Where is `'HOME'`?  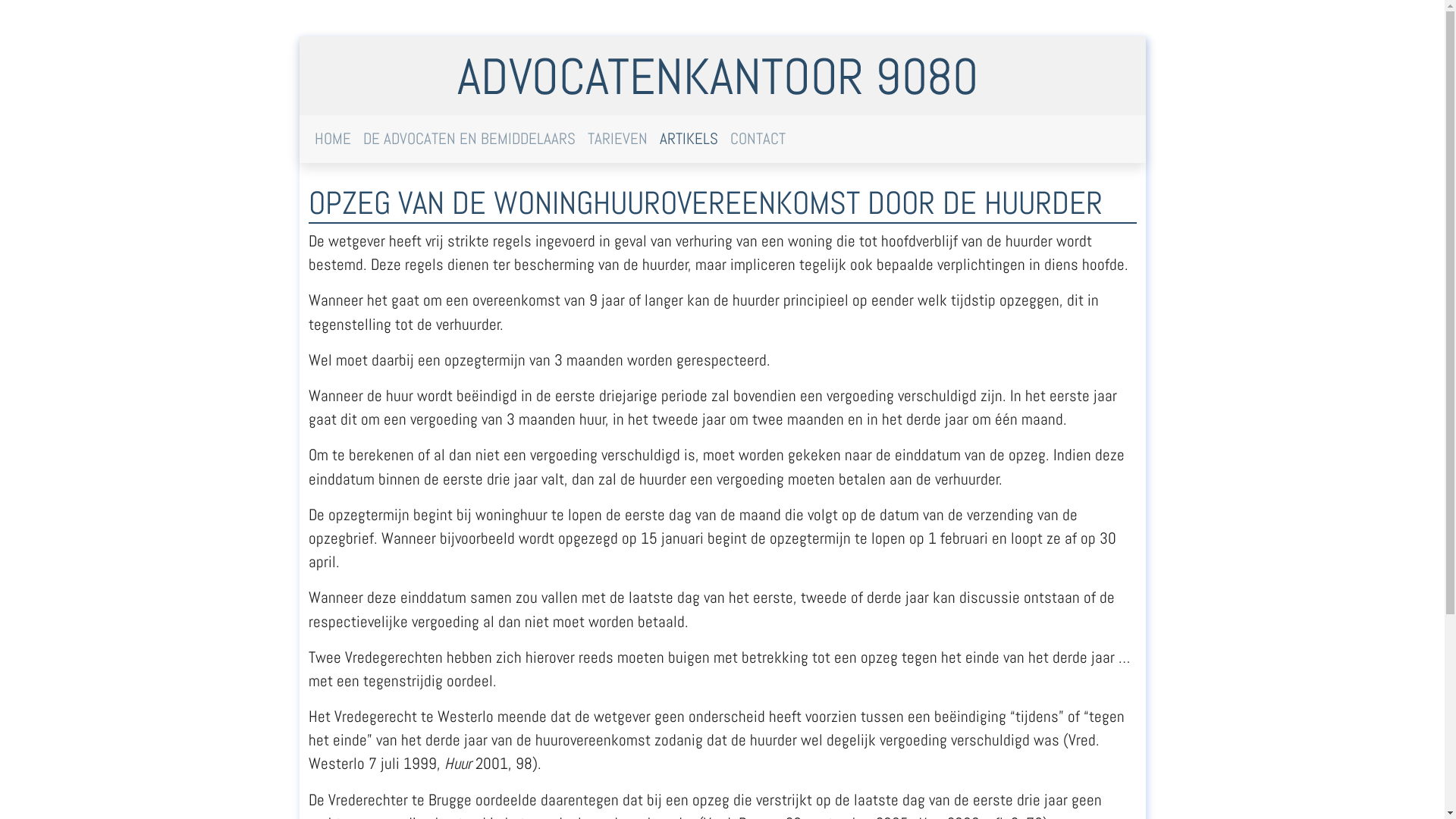
'HOME' is located at coordinates (331, 139).